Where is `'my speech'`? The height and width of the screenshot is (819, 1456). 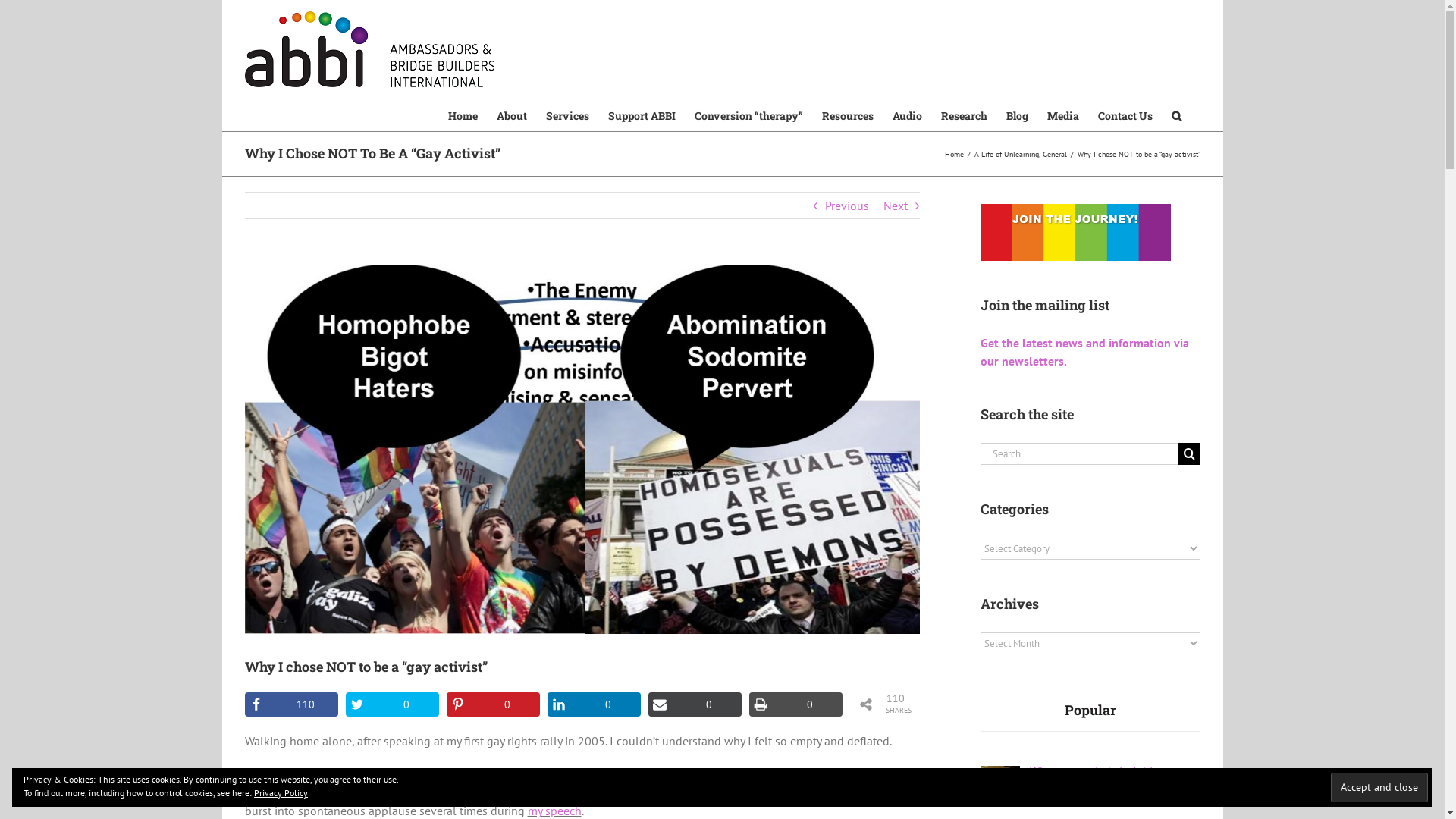 'my speech' is located at coordinates (528, 809).